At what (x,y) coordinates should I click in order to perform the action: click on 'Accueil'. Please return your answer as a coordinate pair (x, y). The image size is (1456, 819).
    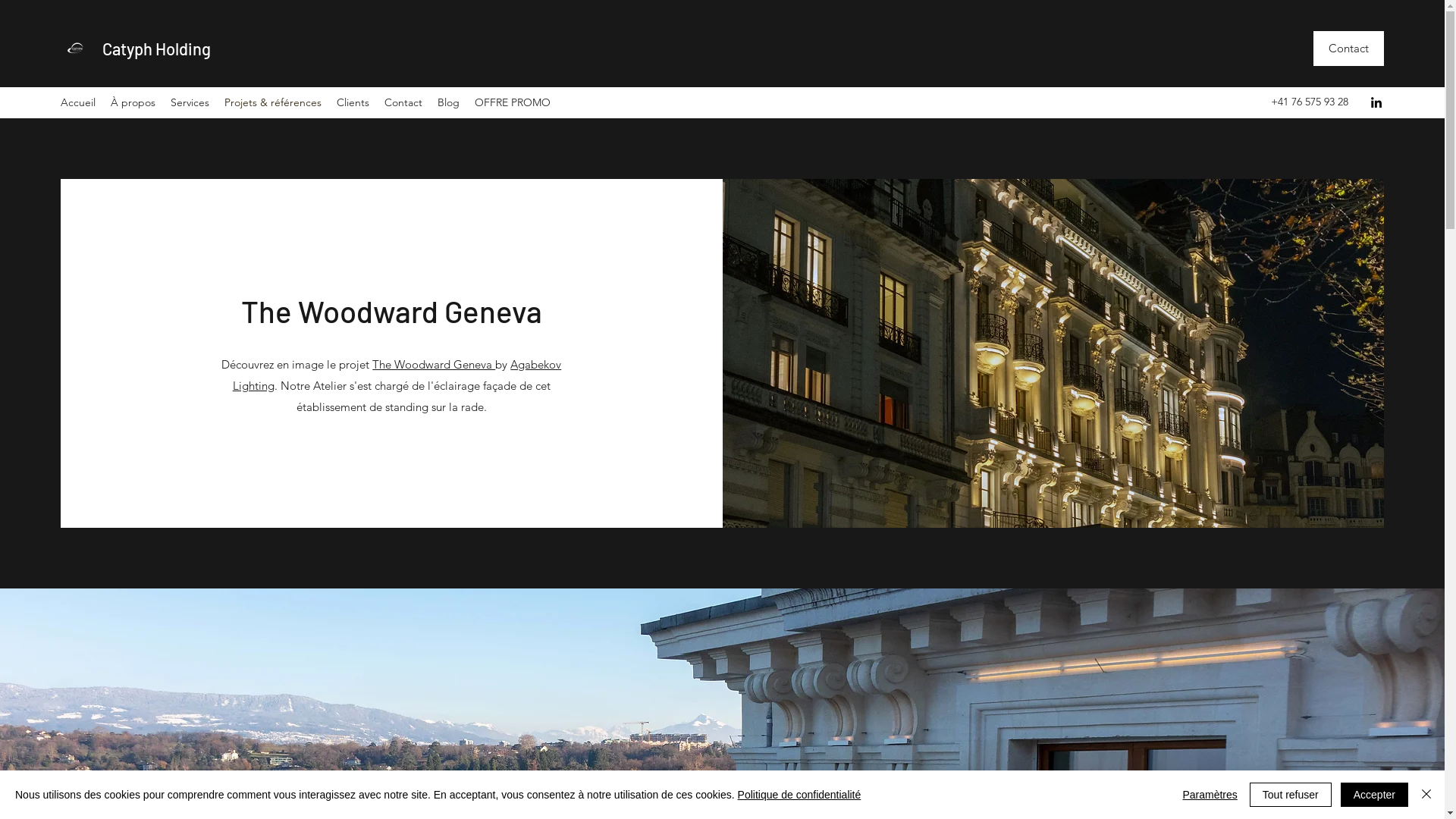
    Looking at the image, I should click on (77, 102).